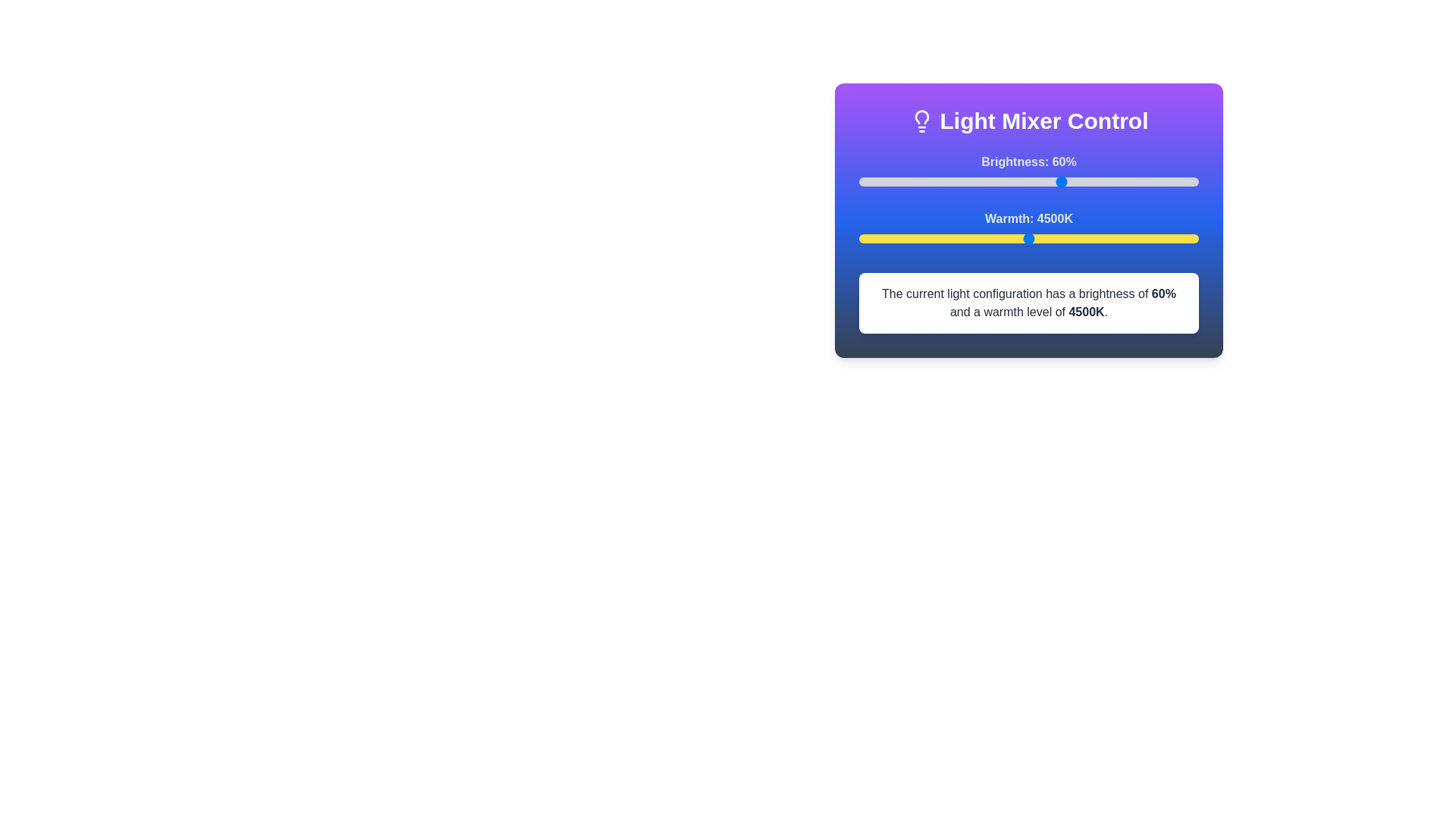 The image size is (1456, 819). What do you see at coordinates (912, 180) in the screenshot?
I see `the brightness slider to 16%` at bounding box center [912, 180].